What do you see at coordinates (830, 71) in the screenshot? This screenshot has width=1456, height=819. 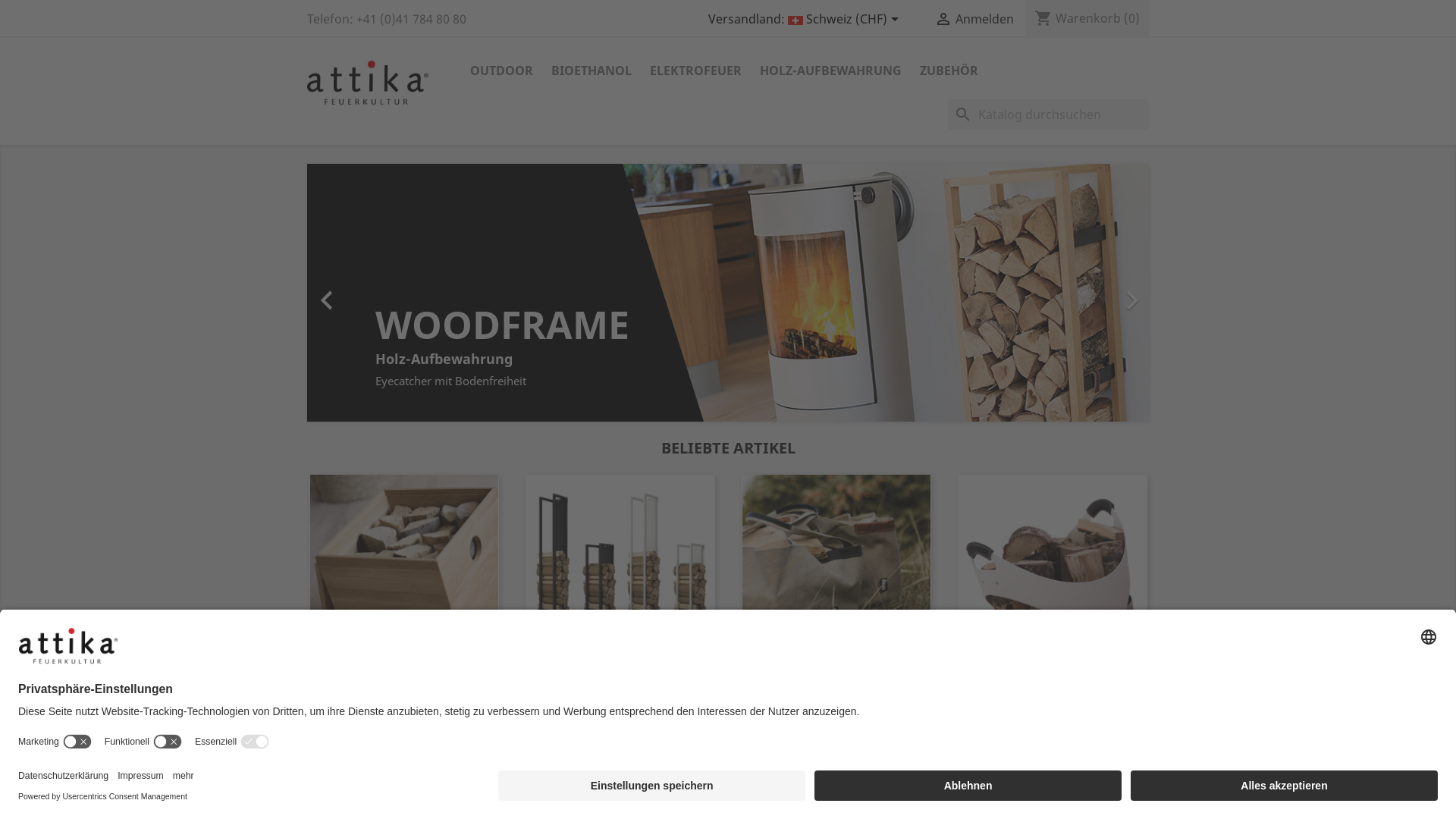 I see `'HOLZ-AUFBEWAHRUNG'` at bounding box center [830, 71].